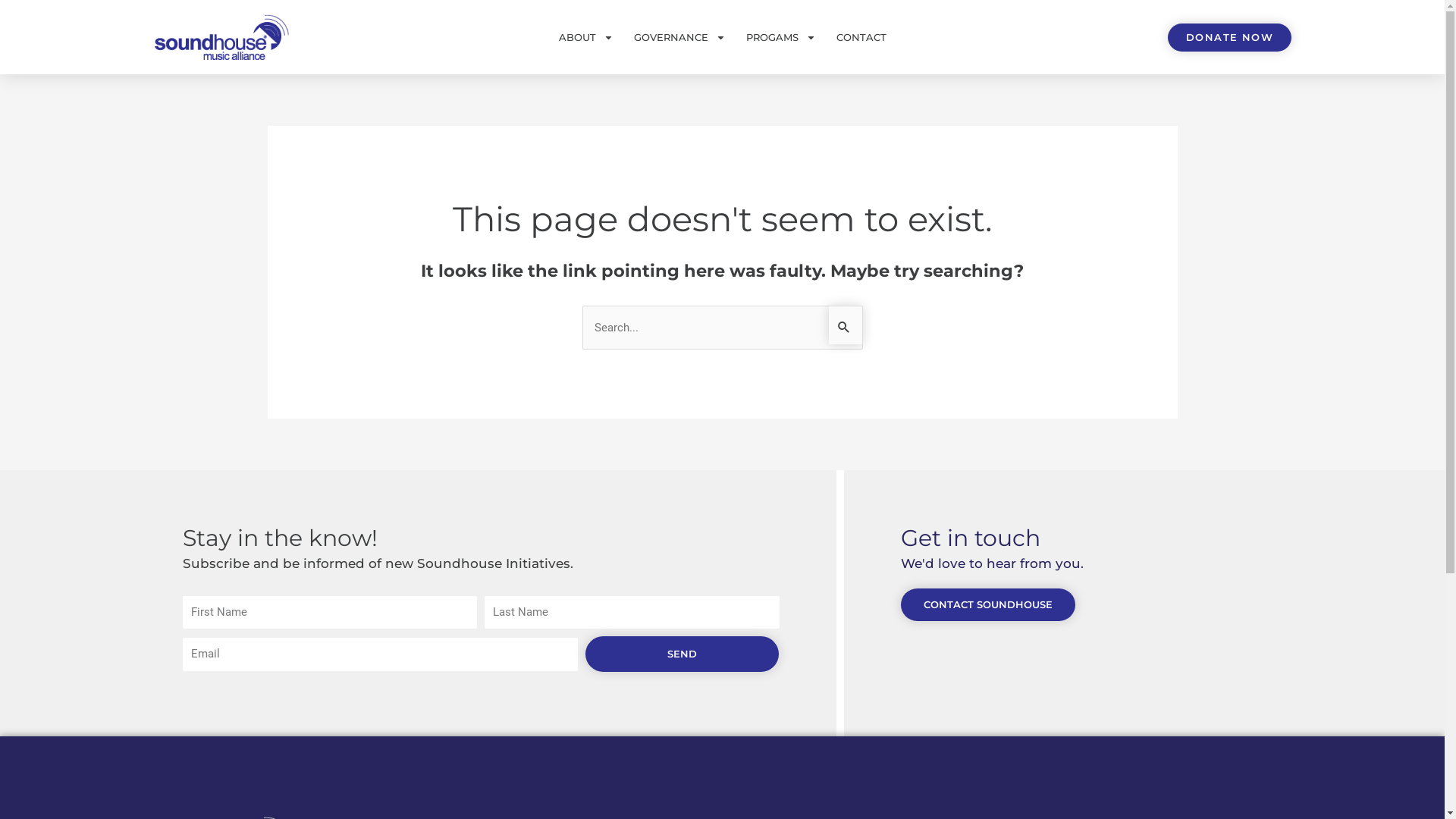 Image resolution: width=1456 pixels, height=819 pixels. I want to click on 'Search', so click(844, 324).